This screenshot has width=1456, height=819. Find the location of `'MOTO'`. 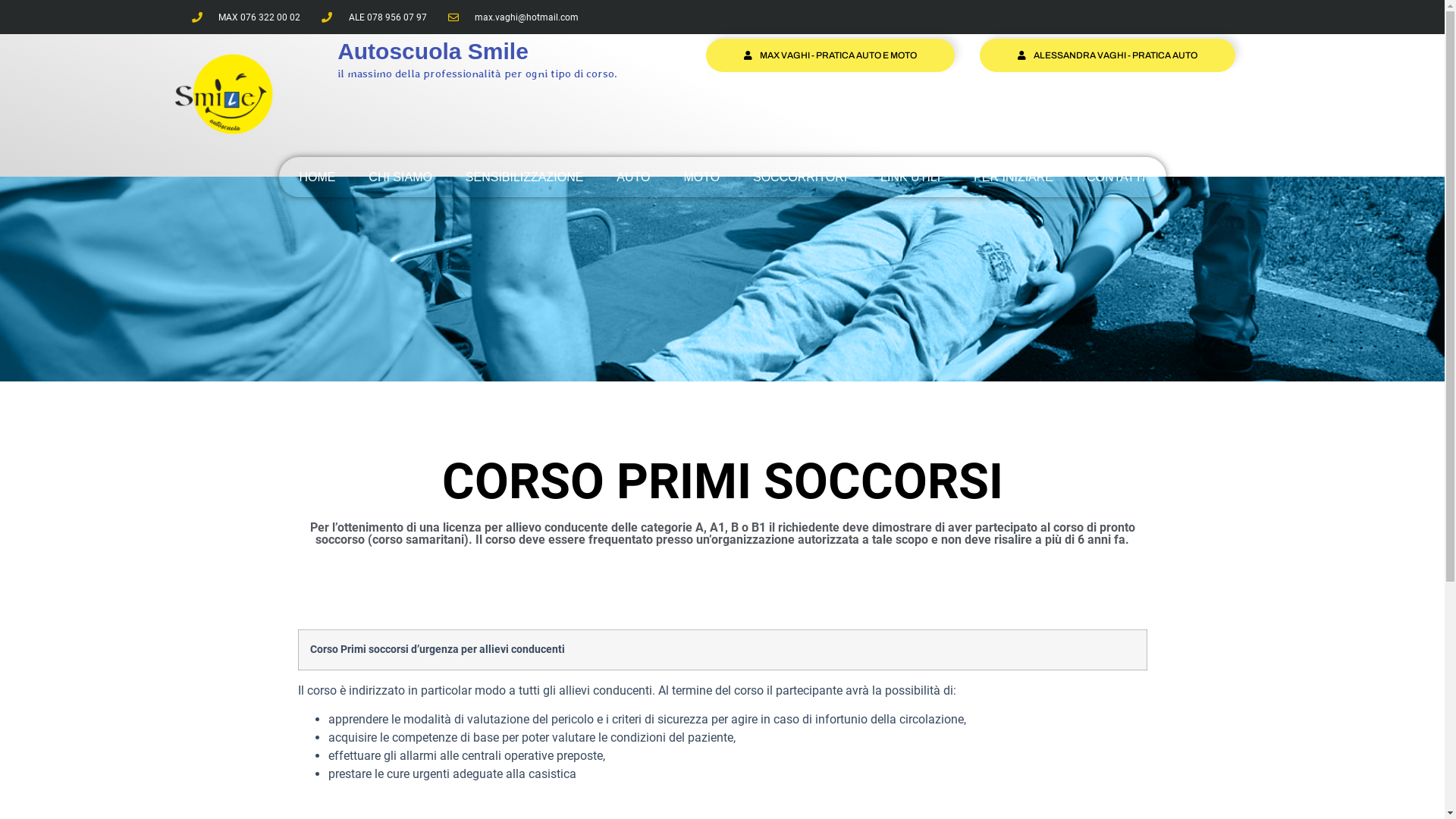

'MOTO' is located at coordinates (701, 177).